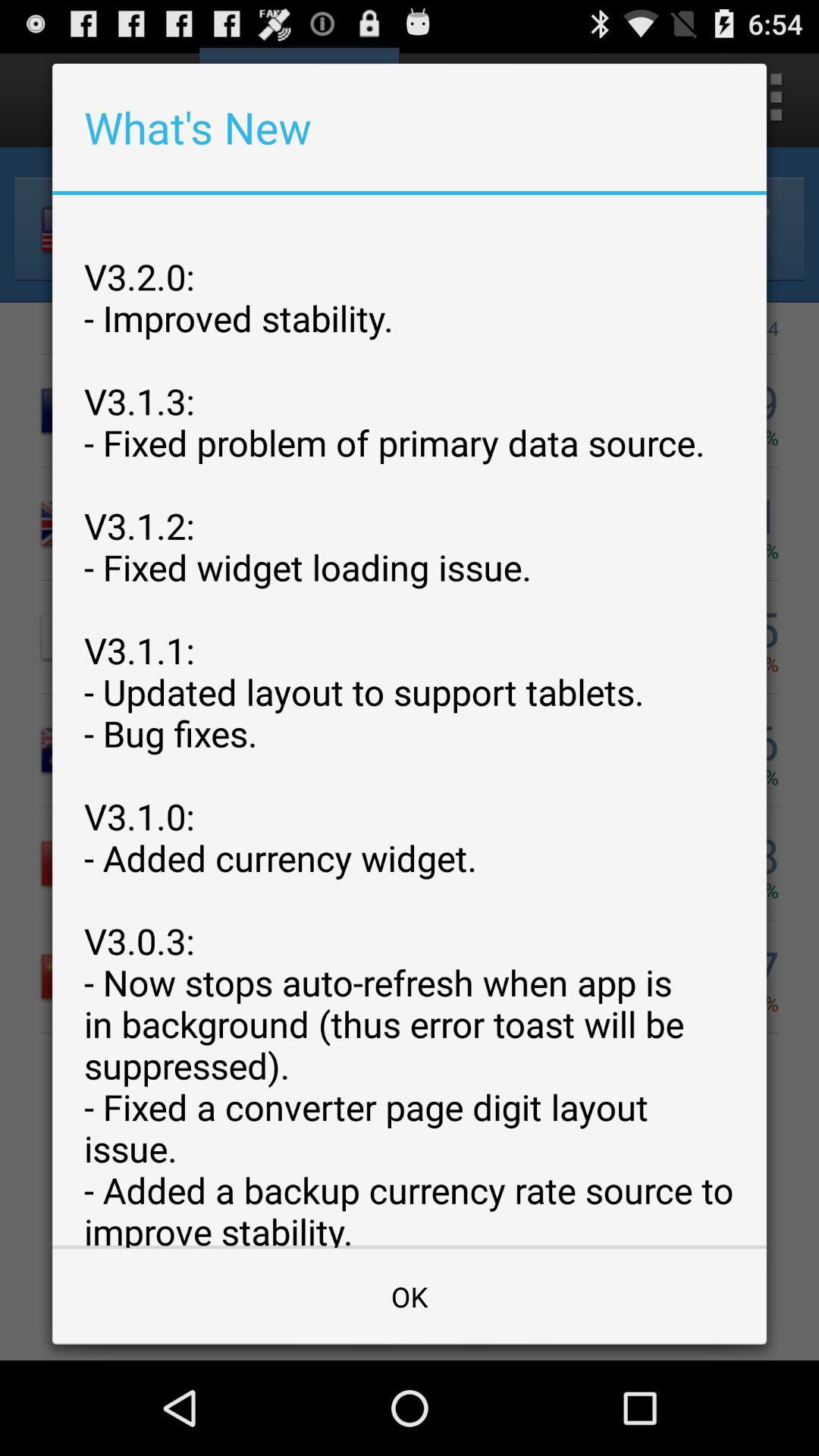 The width and height of the screenshot is (819, 1456). I want to click on ok icon, so click(409, 1295).